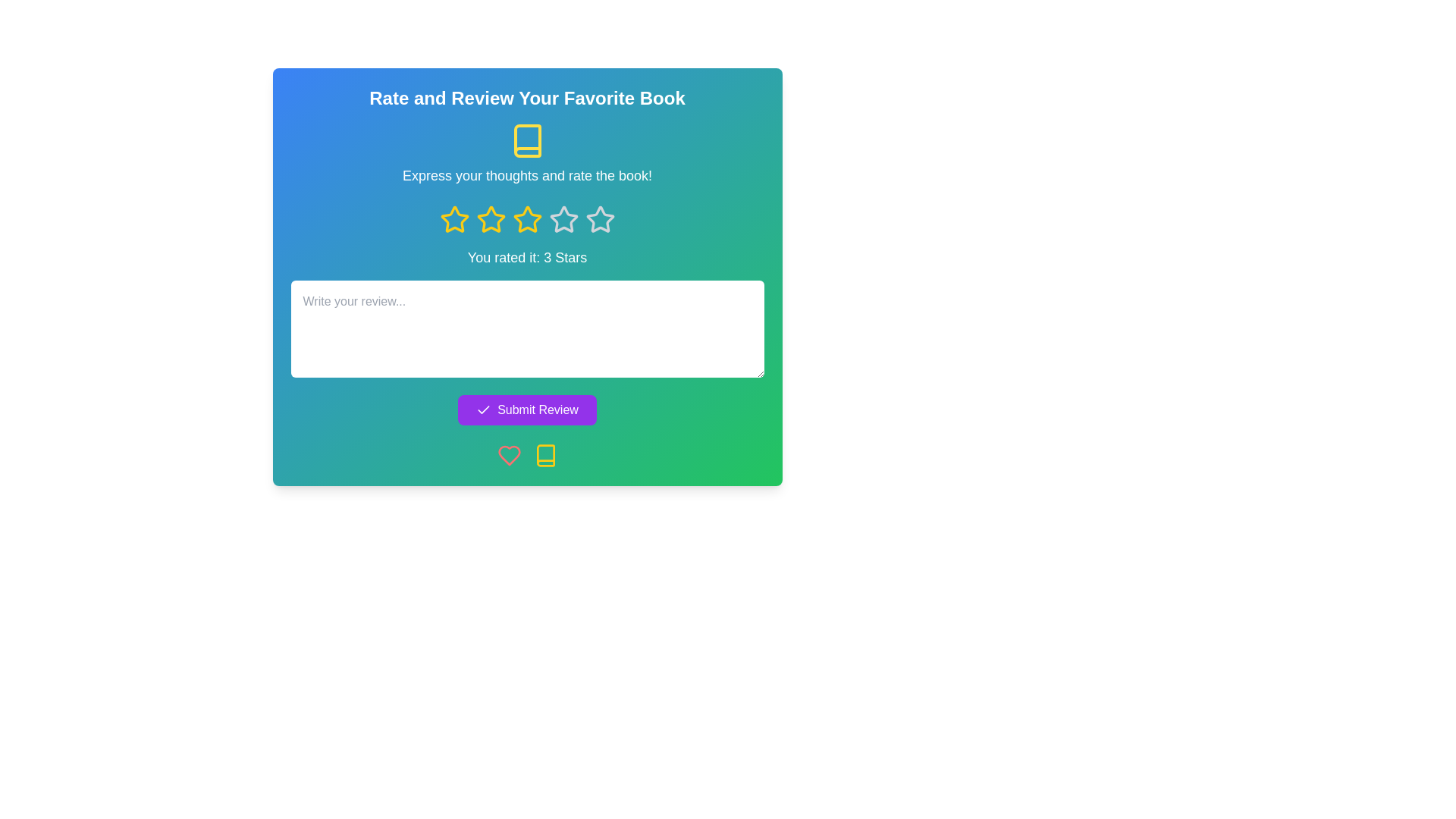 This screenshot has height=819, width=1456. What do you see at coordinates (527, 219) in the screenshot?
I see `the third star icon in the five-point rating system` at bounding box center [527, 219].